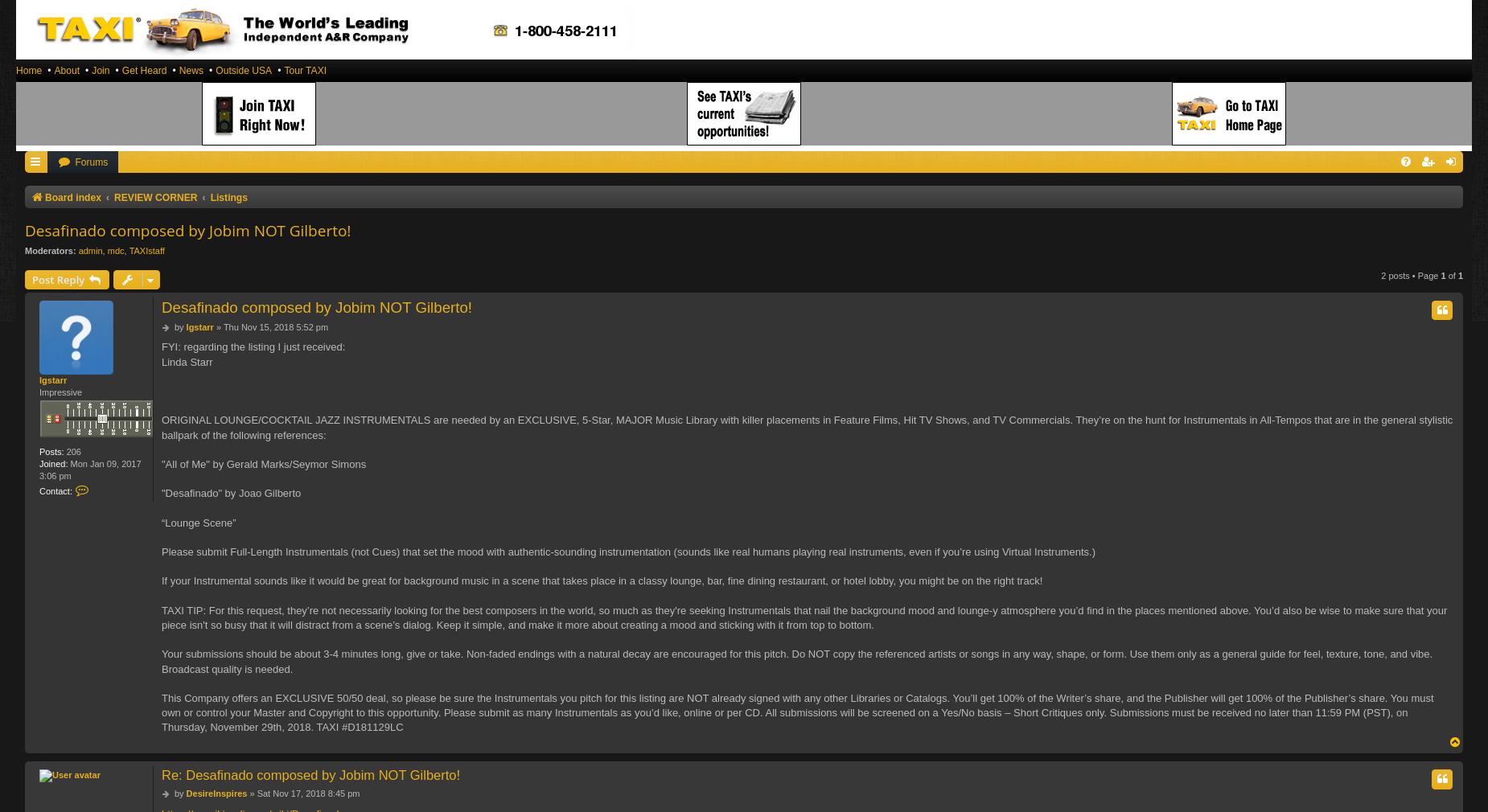 The height and width of the screenshot is (812, 1488). Describe the element at coordinates (60, 392) in the screenshot. I see `'Impressive'` at that location.